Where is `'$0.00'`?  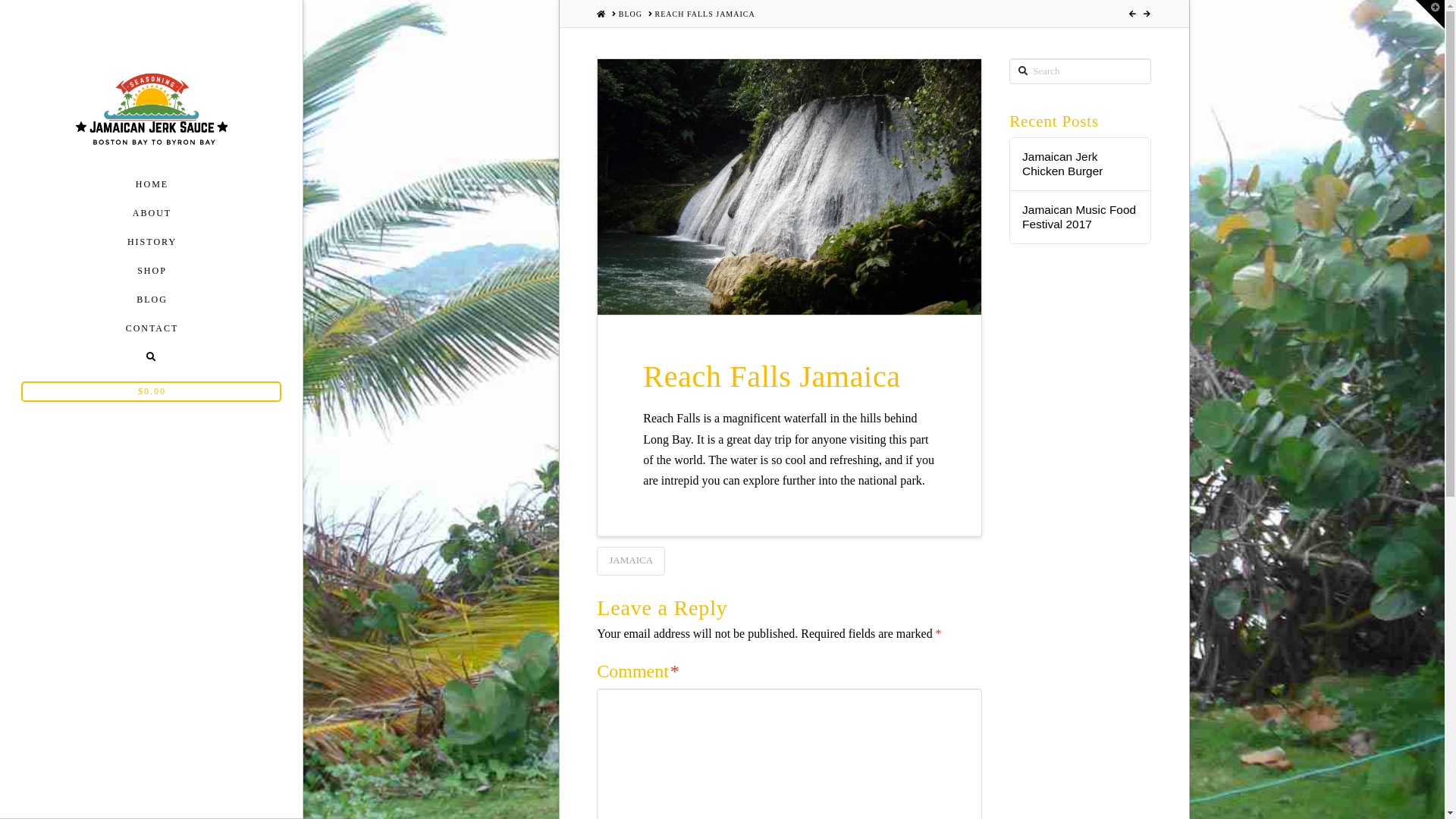
'$0.00' is located at coordinates (151, 391).